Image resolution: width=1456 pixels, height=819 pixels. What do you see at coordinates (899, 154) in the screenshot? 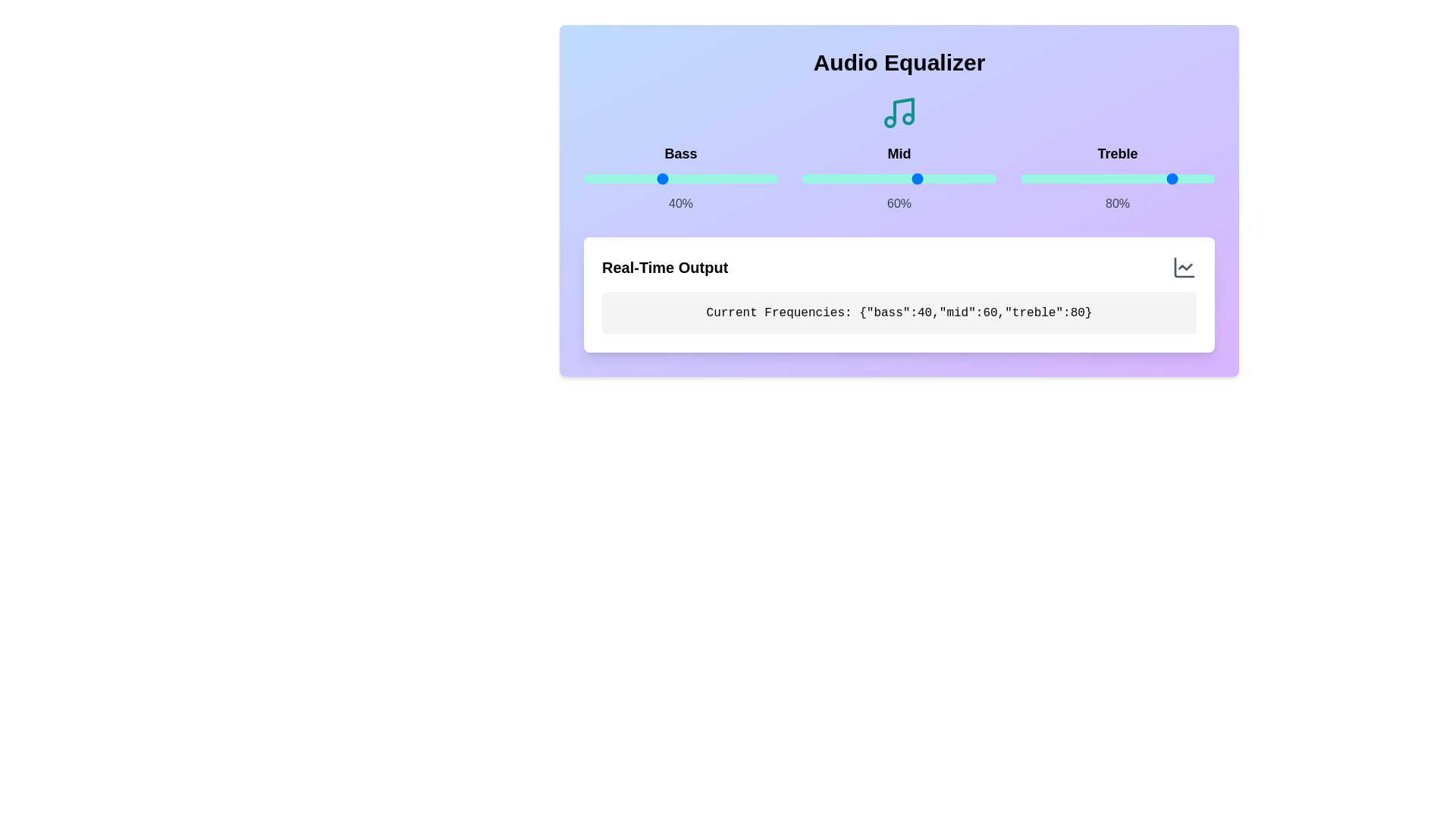
I see `the text label that indicates the middle frequency range control within the audio equalizer interface, which is centrally located between the 'Bass' and 'Treble' sections` at bounding box center [899, 154].